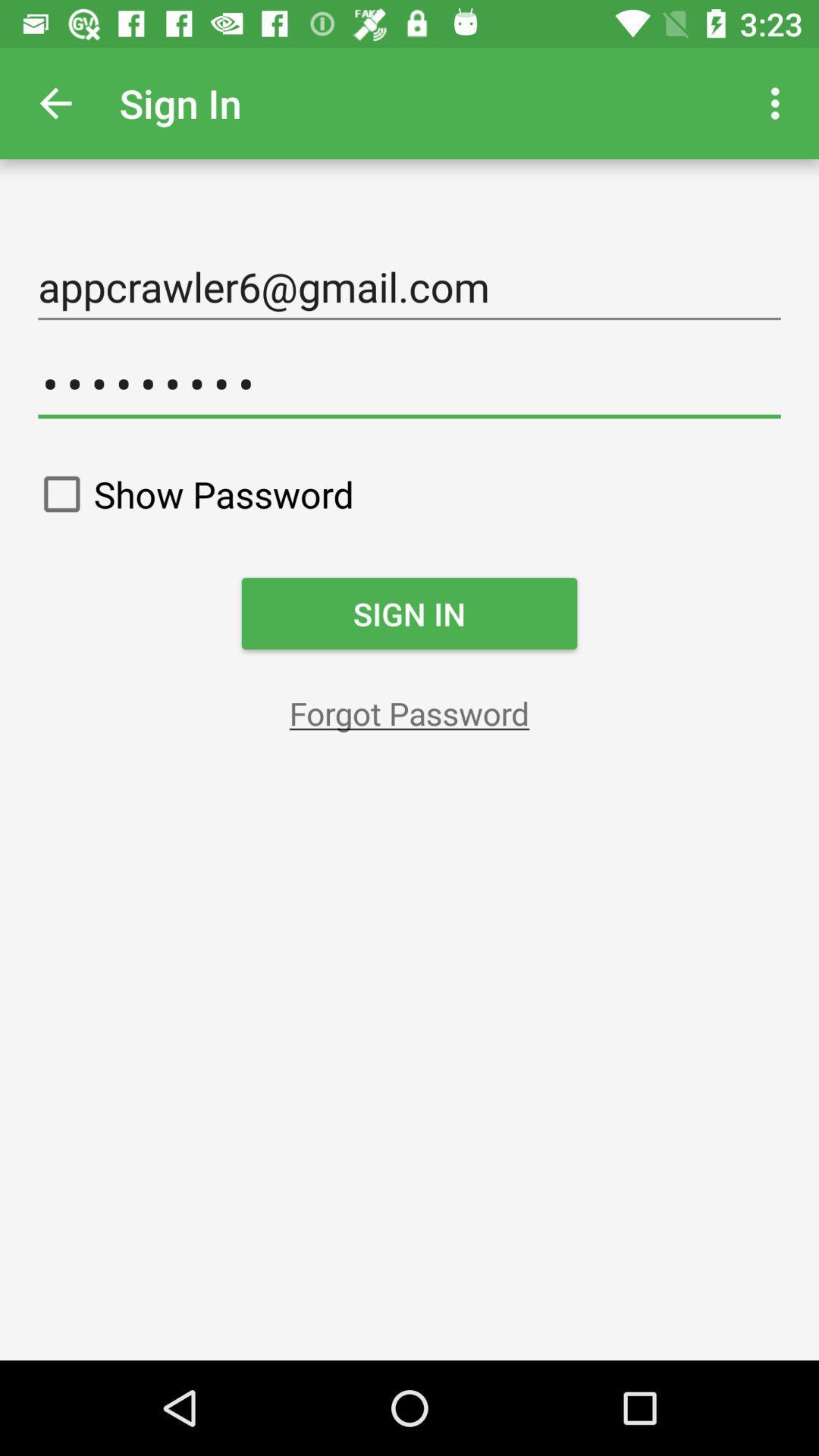 The width and height of the screenshot is (819, 1456). Describe the element at coordinates (409, 384) in the screenshot. I see `icon above the show password` at that location.